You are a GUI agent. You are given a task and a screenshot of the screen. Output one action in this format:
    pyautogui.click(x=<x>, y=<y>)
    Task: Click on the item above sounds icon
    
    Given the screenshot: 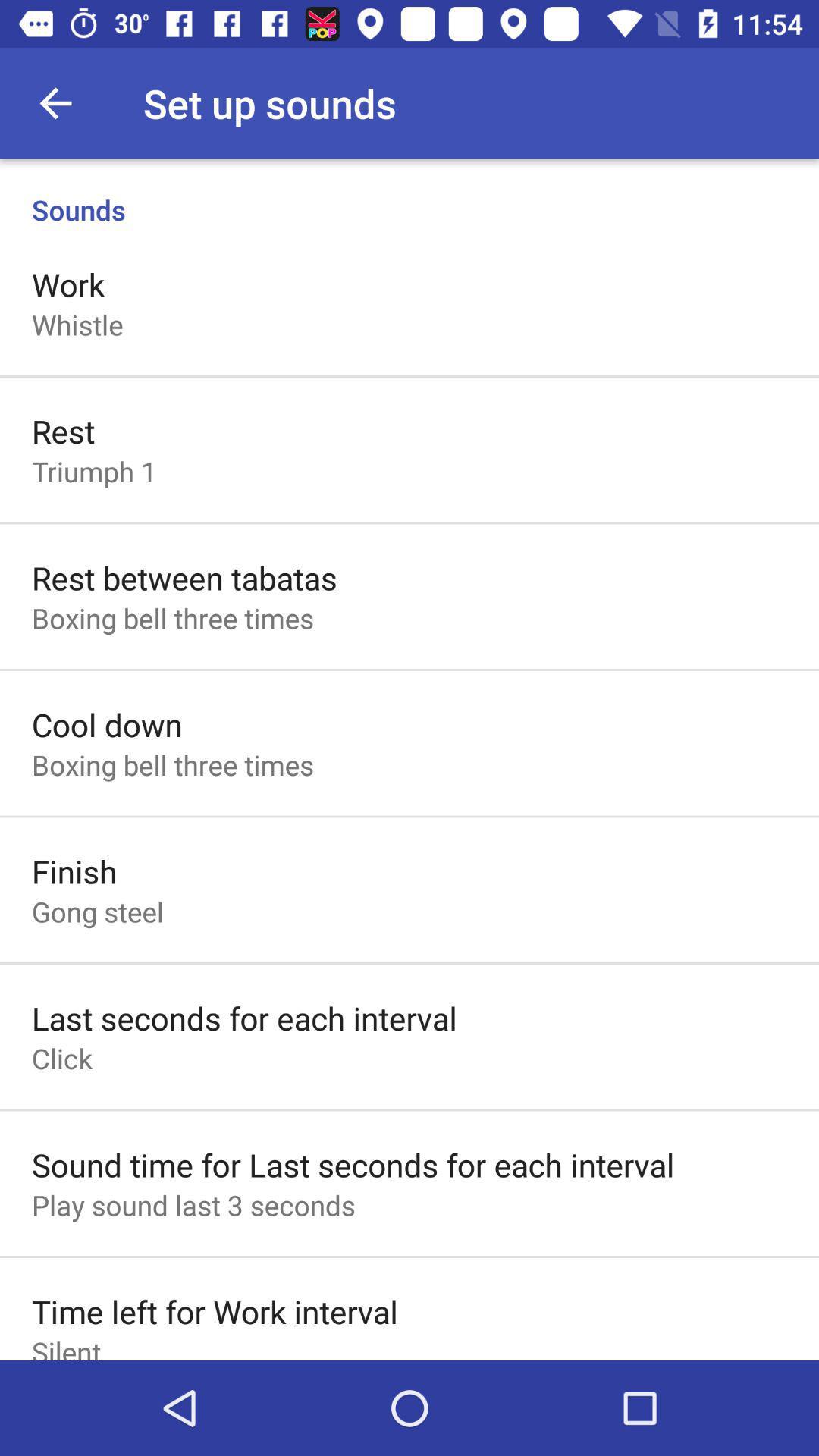 What is the action you would take?
    pyautogui.click(x=55, y=102)
    